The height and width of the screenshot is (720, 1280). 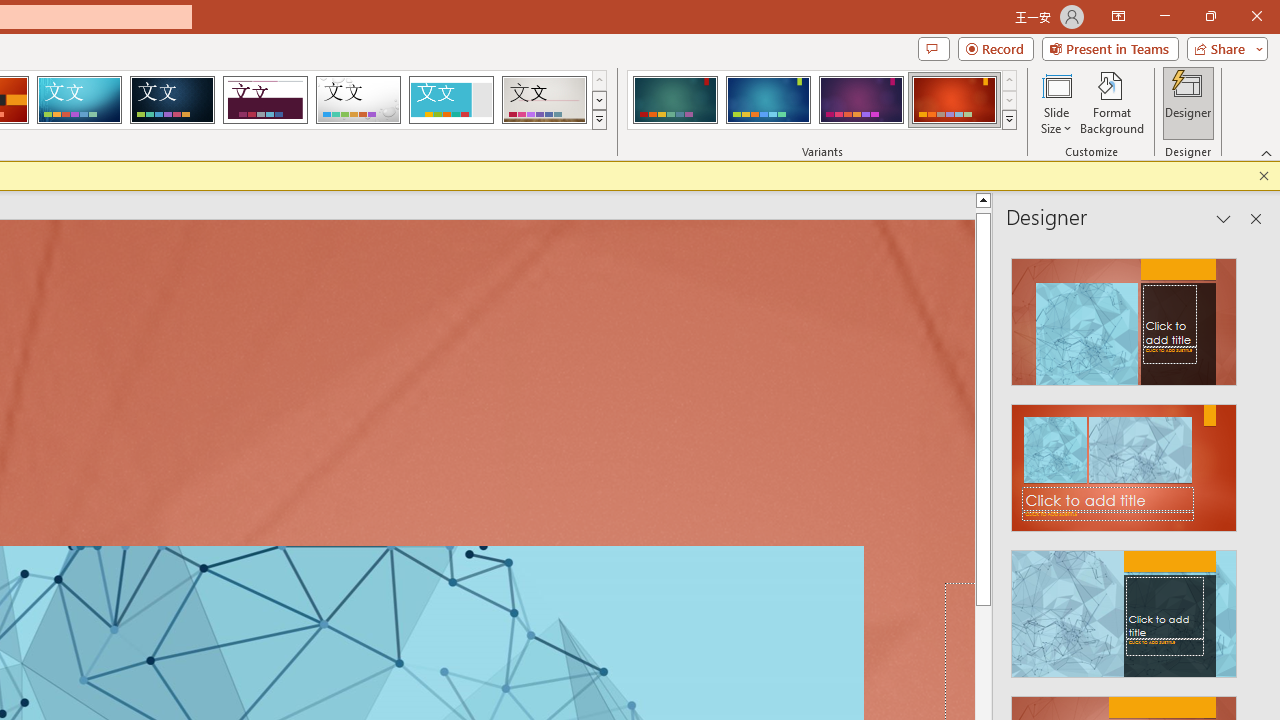 I want to click on 'Slide Size', so click(x=1055, y=103).